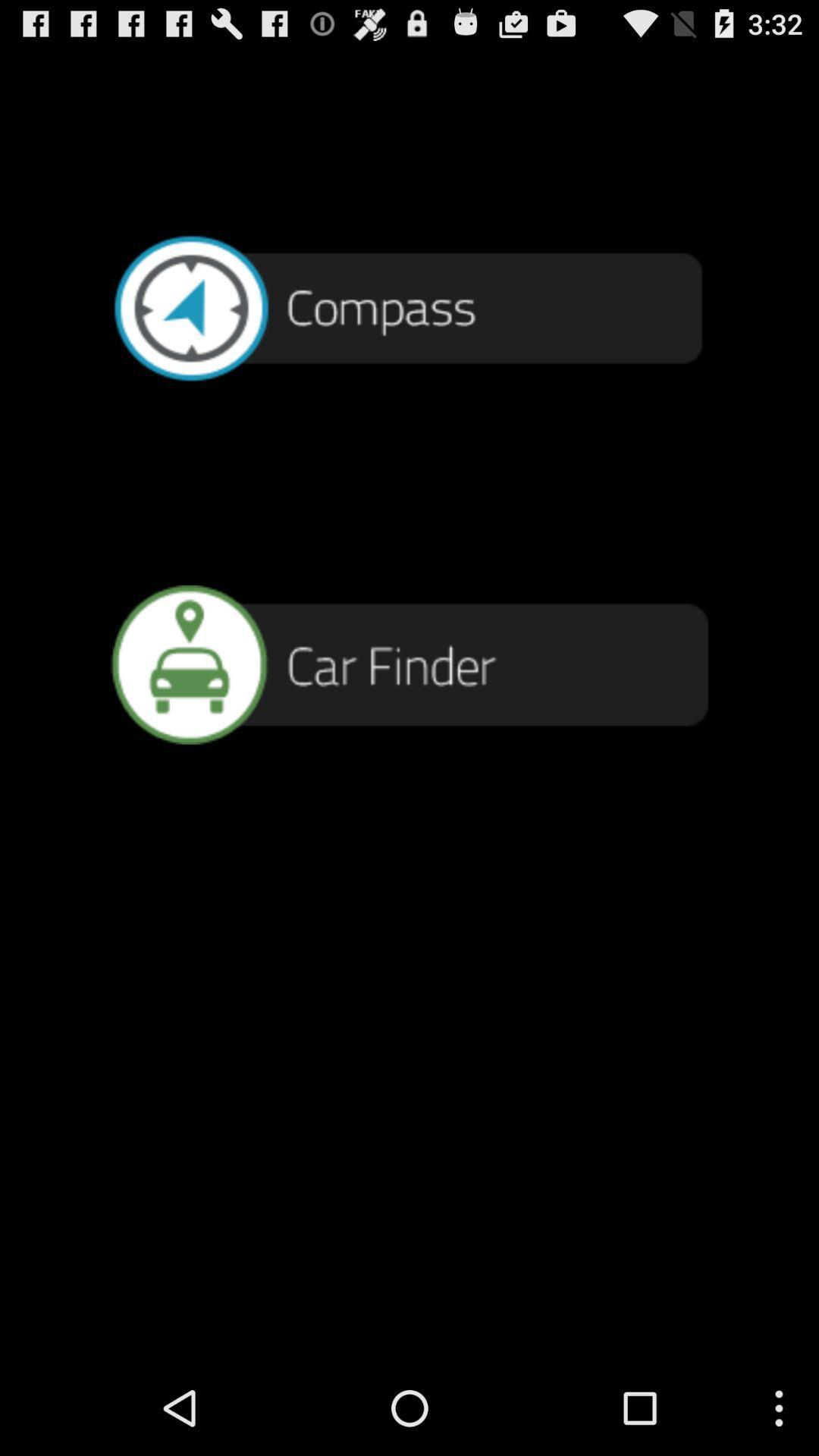  I want to click on find car, so click(409, 664).